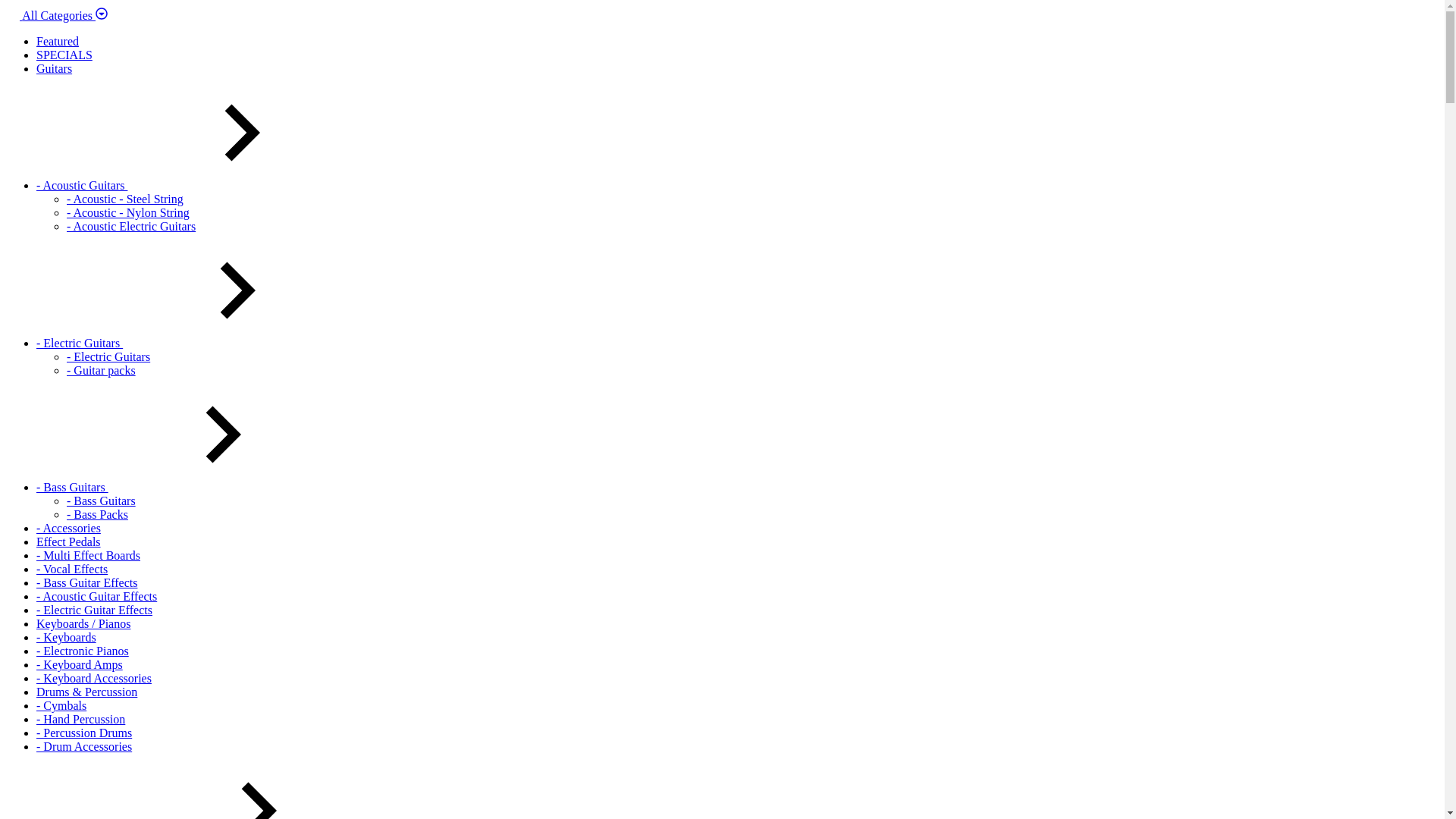 Image resolution: width=1456 pixels, height=819 pixels. Describe the element at coordinates (67, 527) in the screenshot. I see `'- Accessories'` at that location.